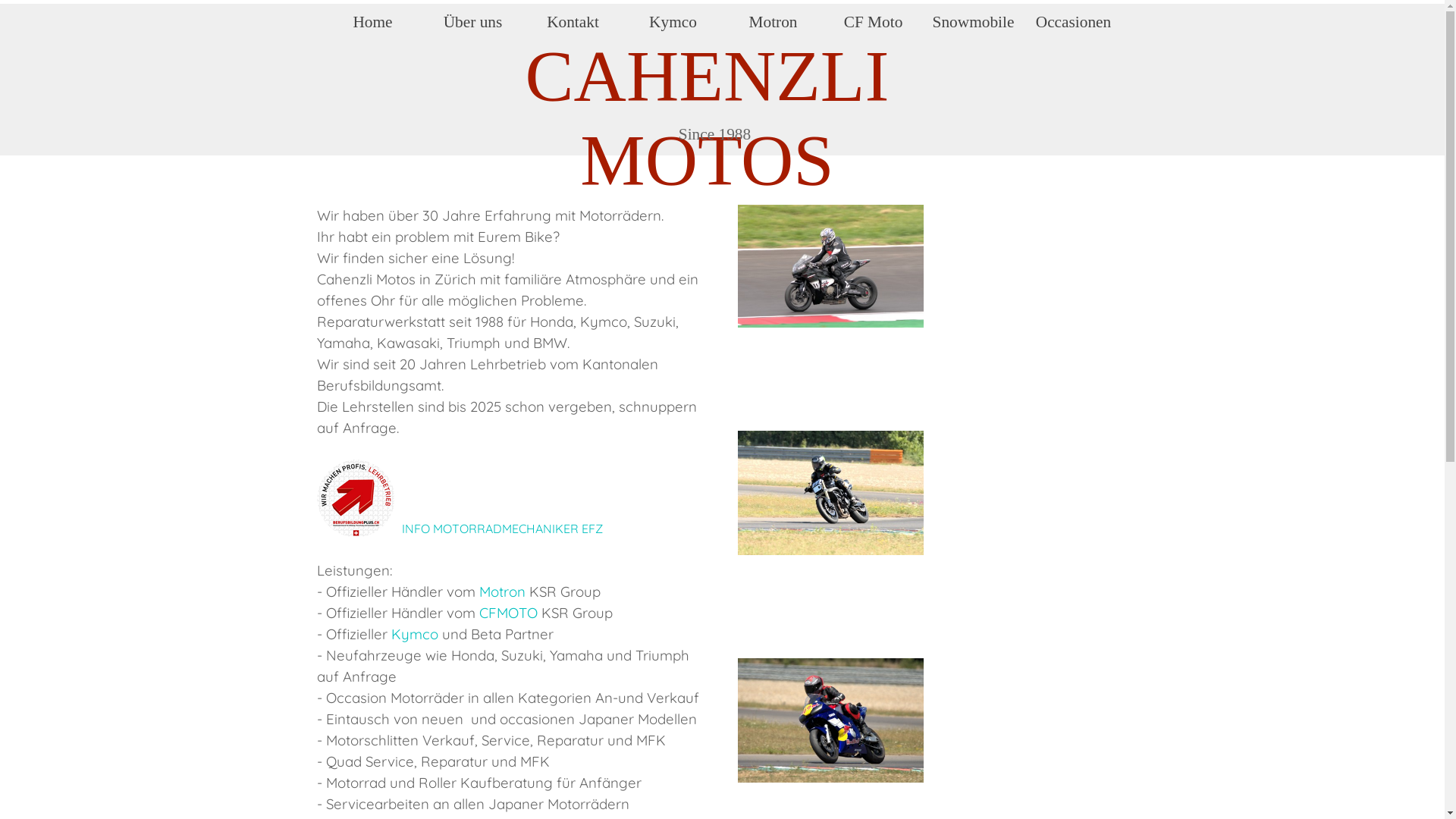 This screenshot has height=819, width=1456. I want to click on 'Kymco', so click(673, 22).